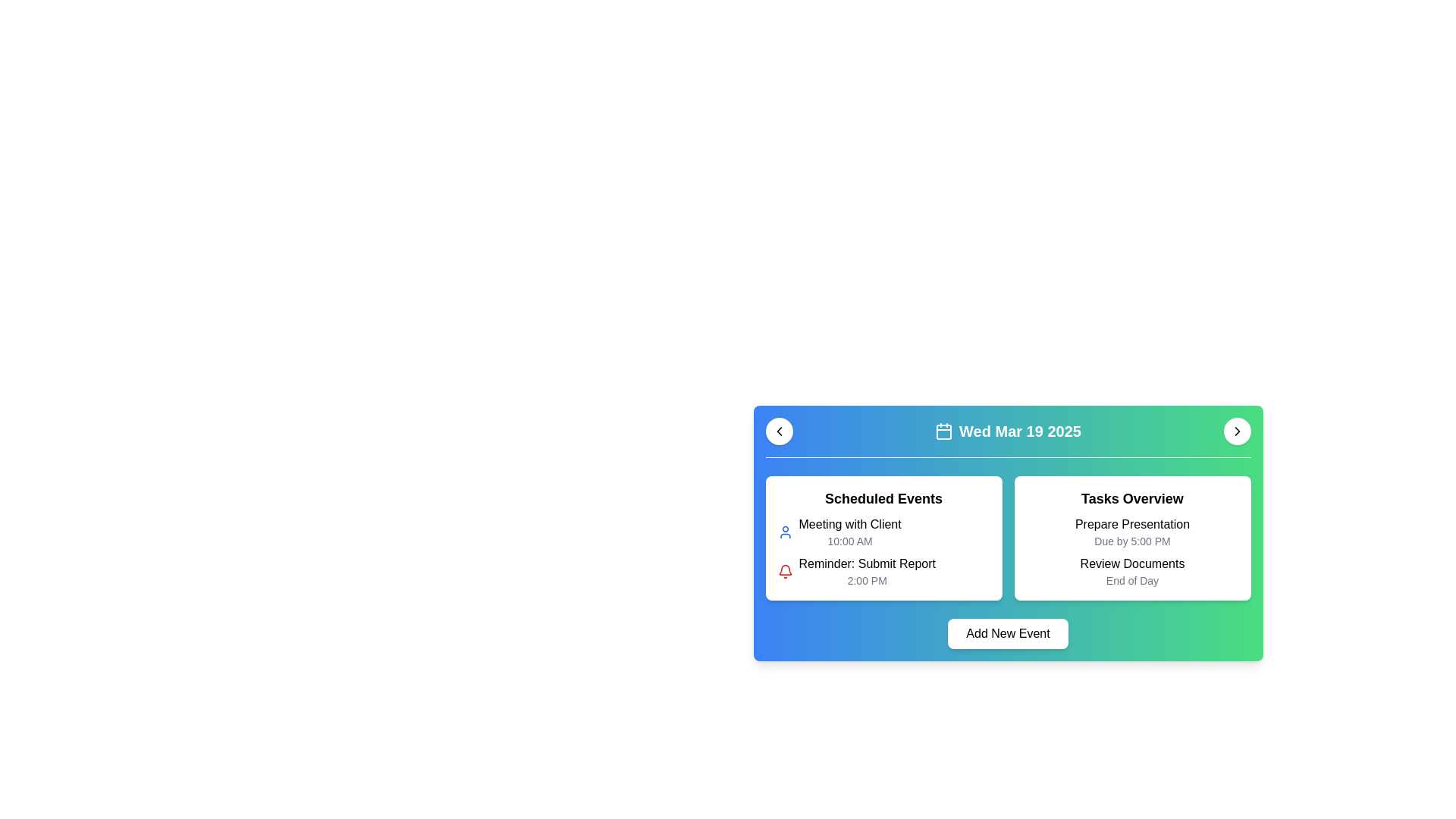 This screenshot has width=1456, height=819. Describe the element at coordinates (1132, 580) in the screenshot. I see `the 'End of Day' text label, which is a smaller gray text label located beneath the 'Review Documents' text in the 'Tasks Overview' section` at that location.